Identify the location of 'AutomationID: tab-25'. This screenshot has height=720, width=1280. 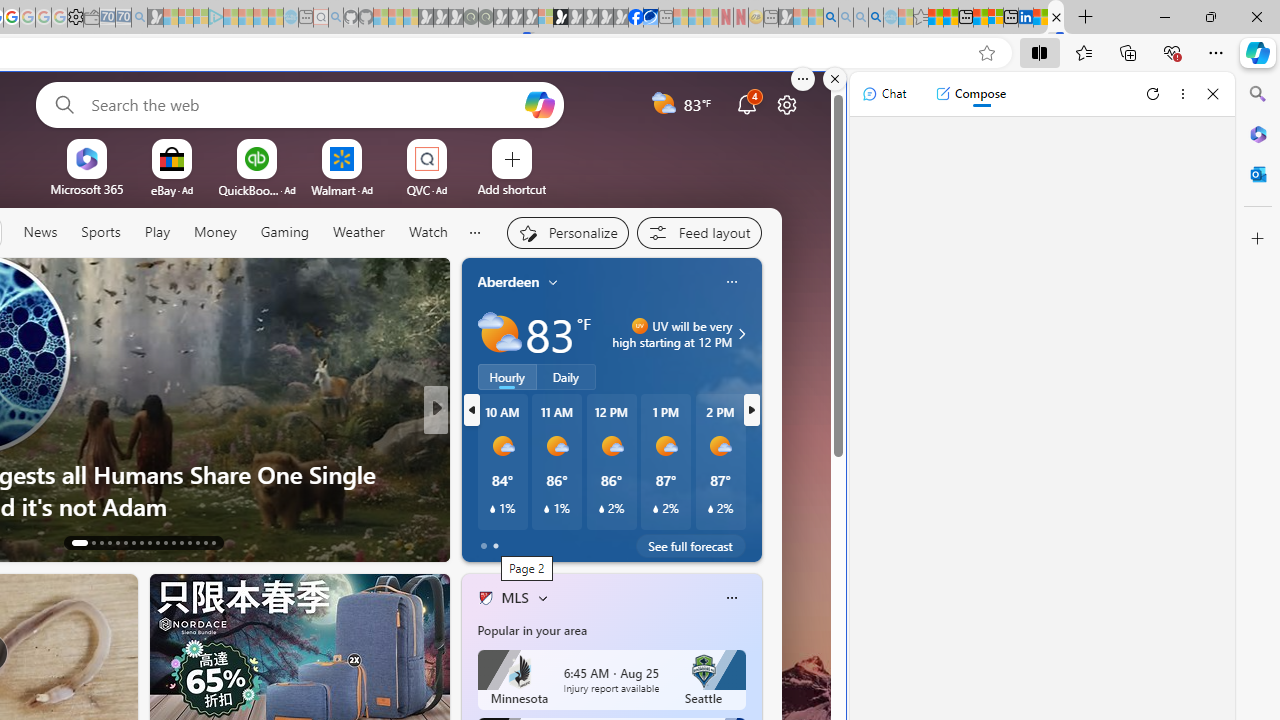
(181, 542).